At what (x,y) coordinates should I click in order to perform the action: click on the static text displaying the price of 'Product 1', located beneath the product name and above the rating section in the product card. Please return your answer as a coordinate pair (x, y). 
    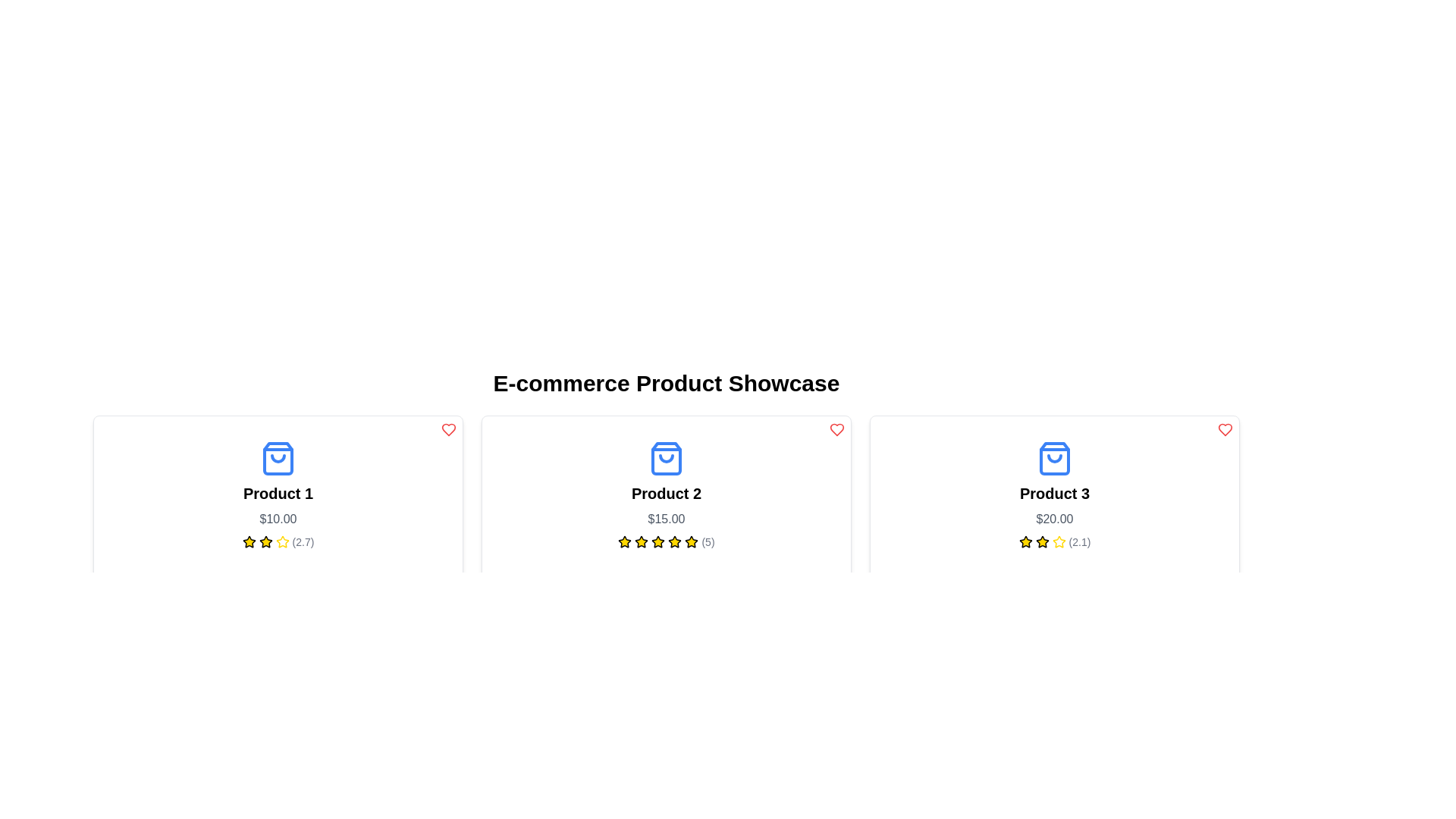
    Looking at the image, I should click on (278, 519).